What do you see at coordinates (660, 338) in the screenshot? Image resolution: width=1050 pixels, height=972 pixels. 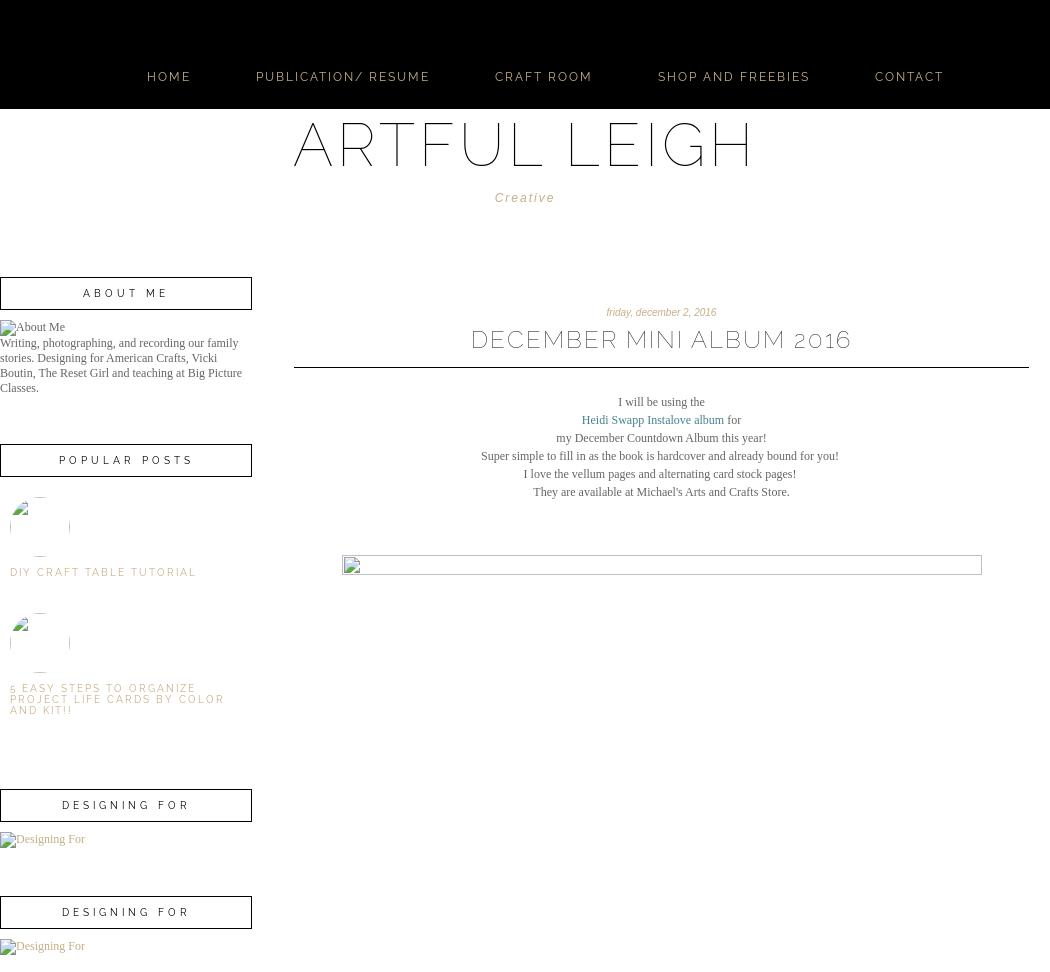 I see `'DECEMBER Mini Album 2016'` at bounding box center [660, 338].